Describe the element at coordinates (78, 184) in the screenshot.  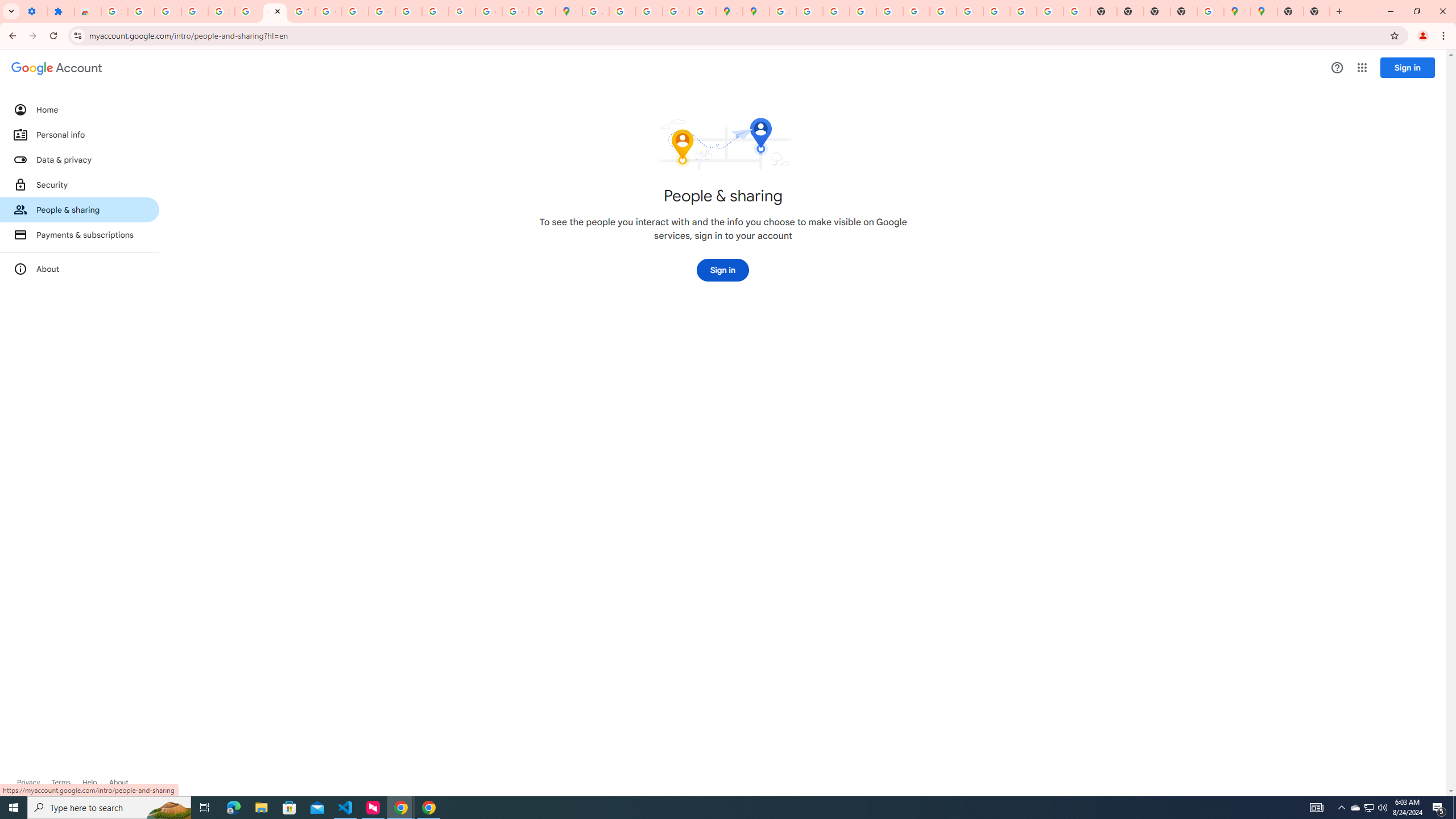
I see `'Security'` at that location.